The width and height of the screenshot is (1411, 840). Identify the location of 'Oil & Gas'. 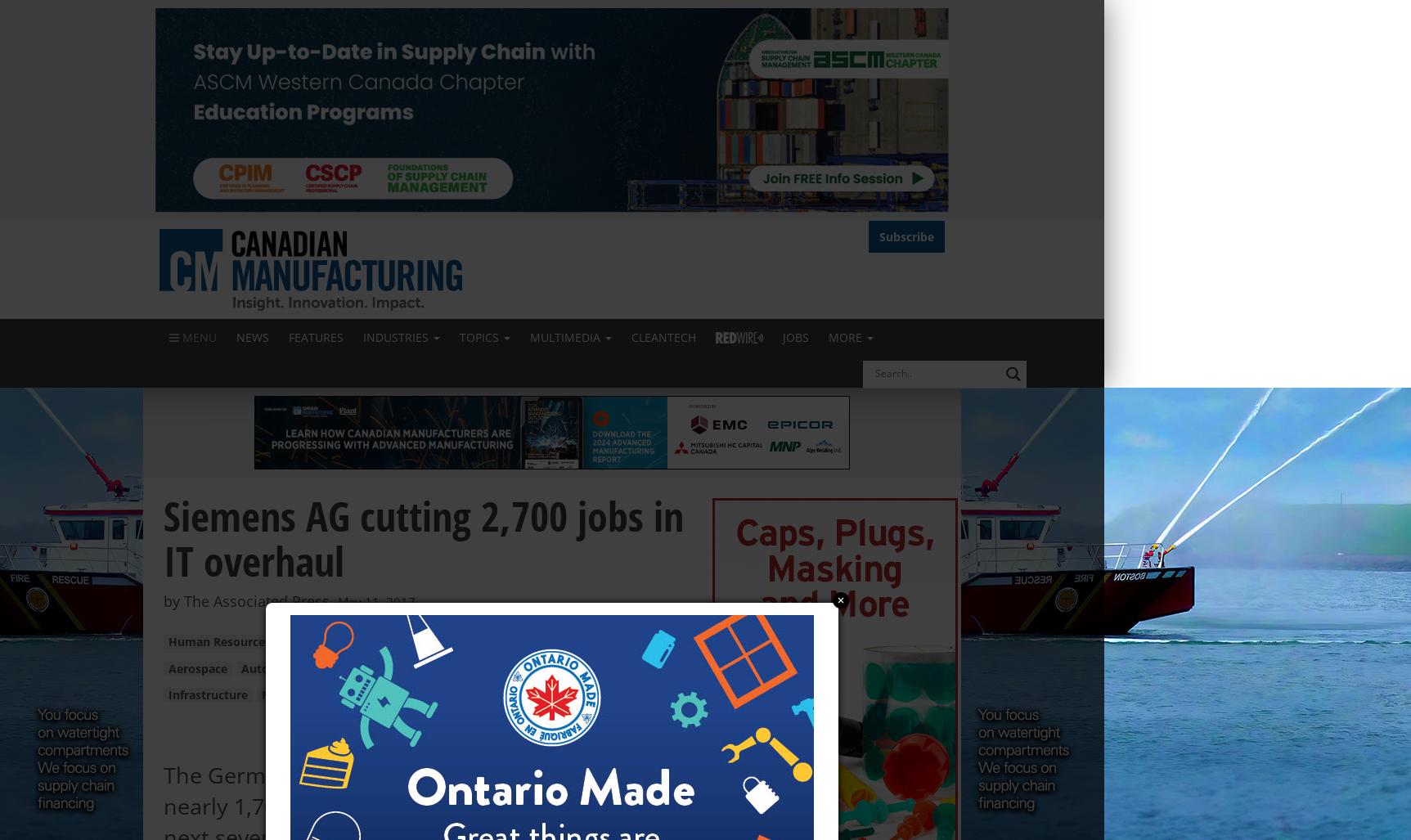
(386, 695).